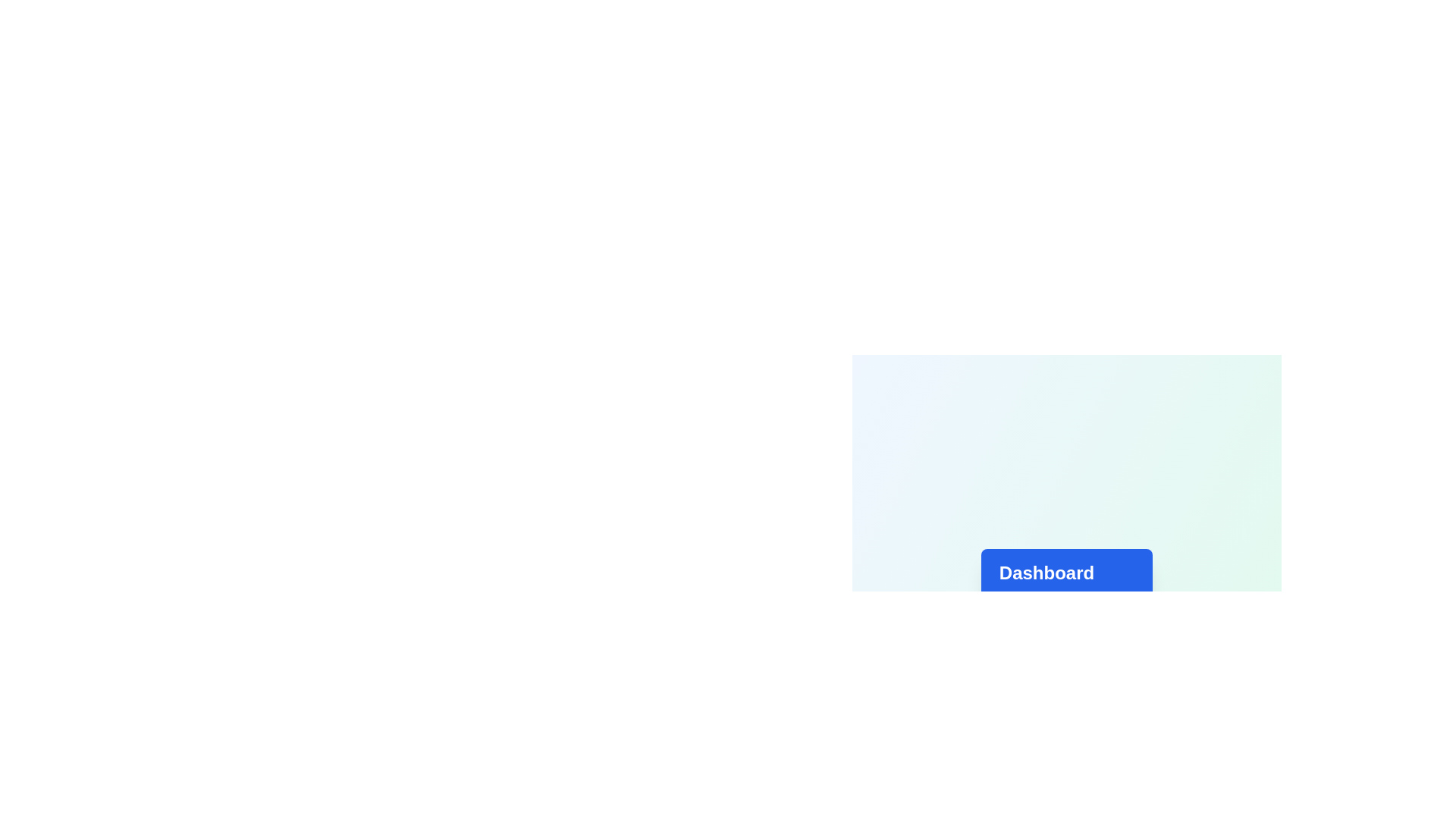  What do you see at coordinates (1065, 573) in the screenshot?
I see `the 'Dashboard' header to inspect it` at bounding box center [1065, 573].